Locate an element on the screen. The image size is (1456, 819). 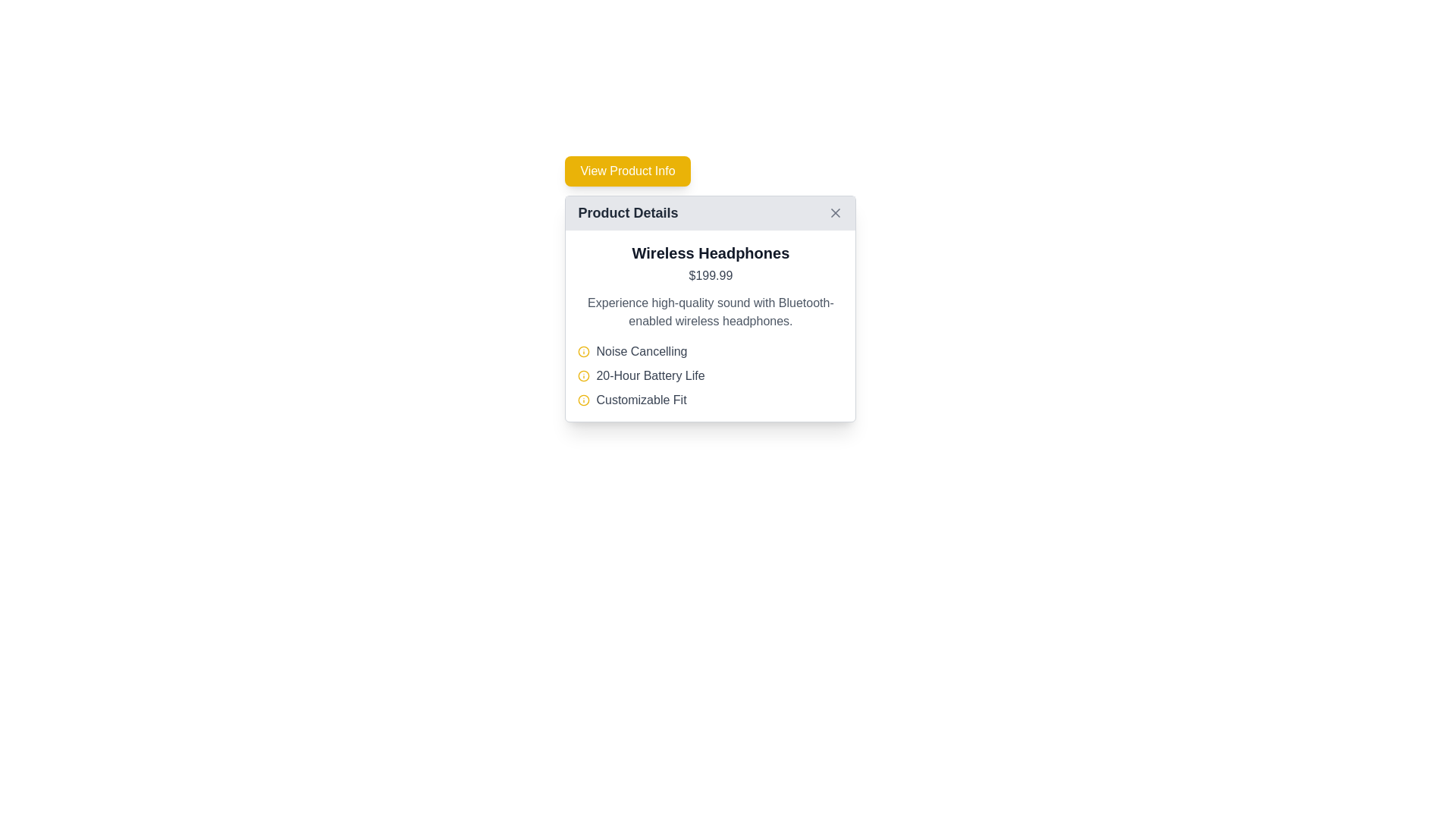
the price text label displaying '$199.99' located beneath the title 'Wireless Headphones' is located at coordinates (710, 275).